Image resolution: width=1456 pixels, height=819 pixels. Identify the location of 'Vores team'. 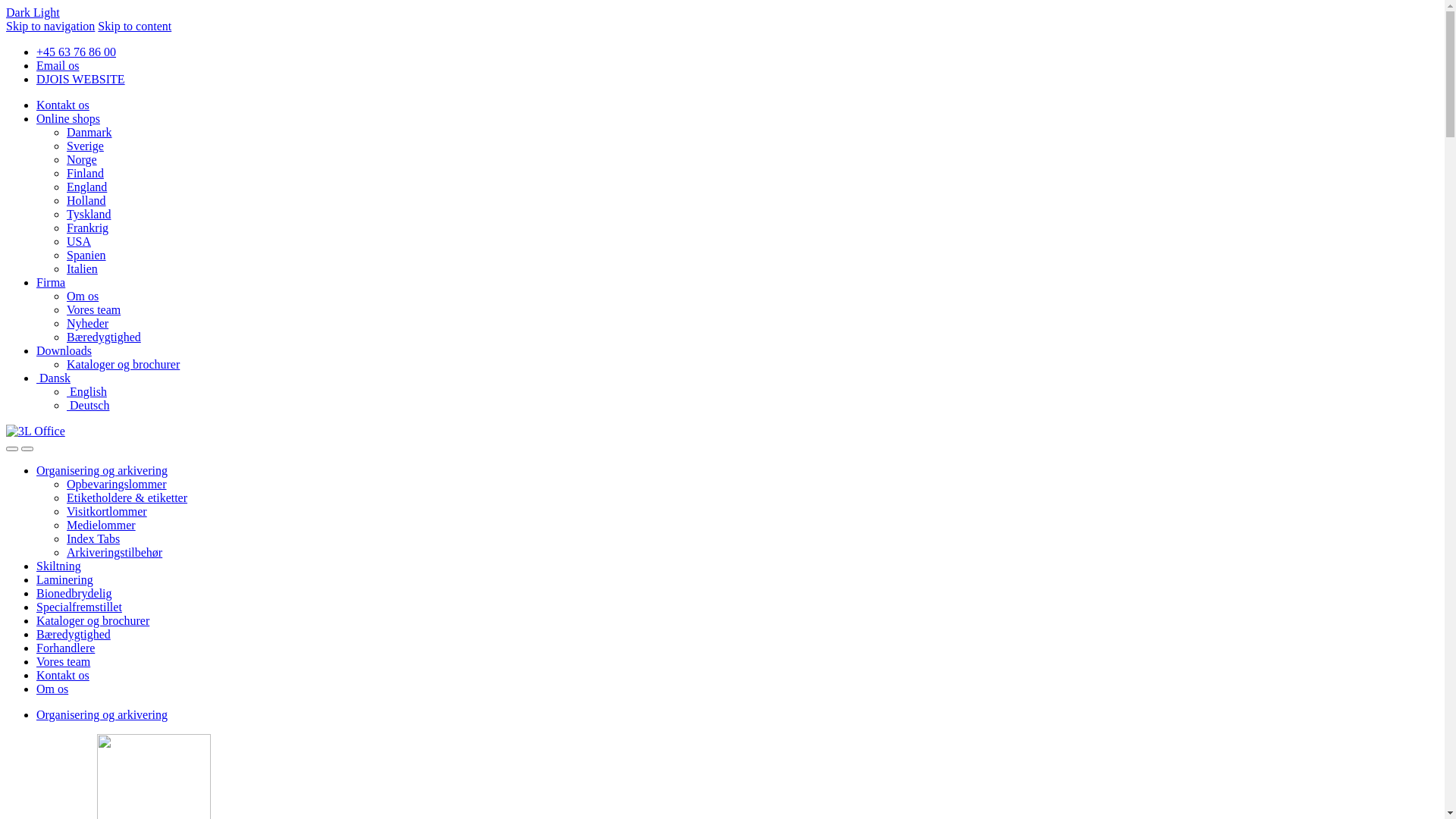
(62, 661).